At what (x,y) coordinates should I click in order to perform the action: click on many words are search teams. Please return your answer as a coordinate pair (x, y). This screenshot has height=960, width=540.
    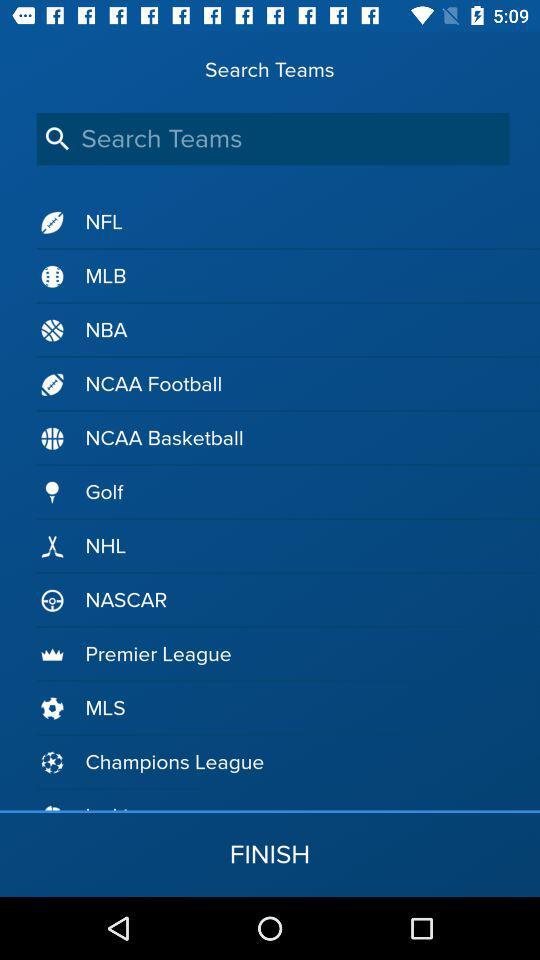
    Looking at the image, I should click on (272, 138).